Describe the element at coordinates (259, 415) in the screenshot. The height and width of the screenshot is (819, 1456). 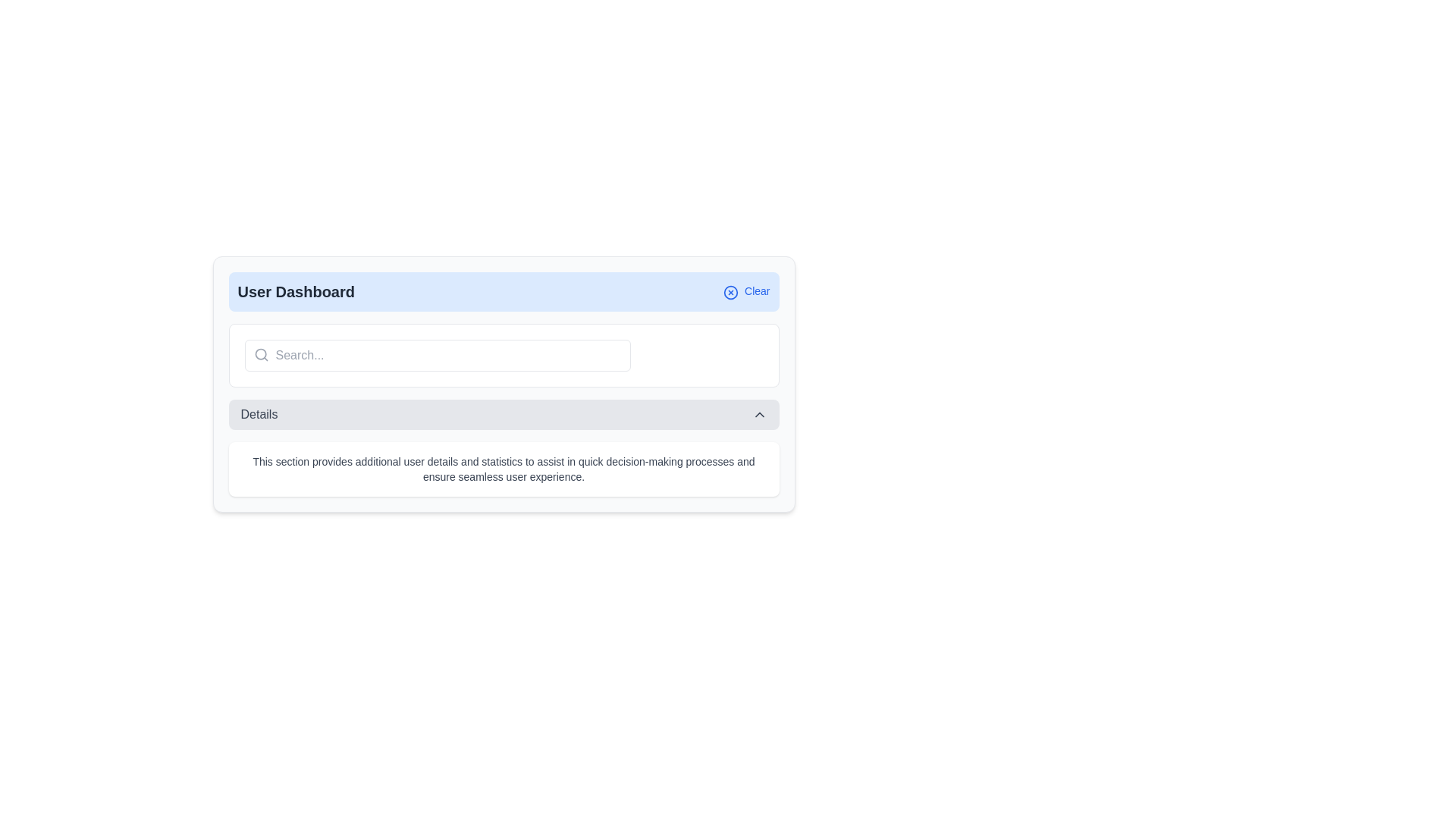
I see `the text label located at the leftmost part of the section, which precedes an upward-pointing chevron icon` at that location.